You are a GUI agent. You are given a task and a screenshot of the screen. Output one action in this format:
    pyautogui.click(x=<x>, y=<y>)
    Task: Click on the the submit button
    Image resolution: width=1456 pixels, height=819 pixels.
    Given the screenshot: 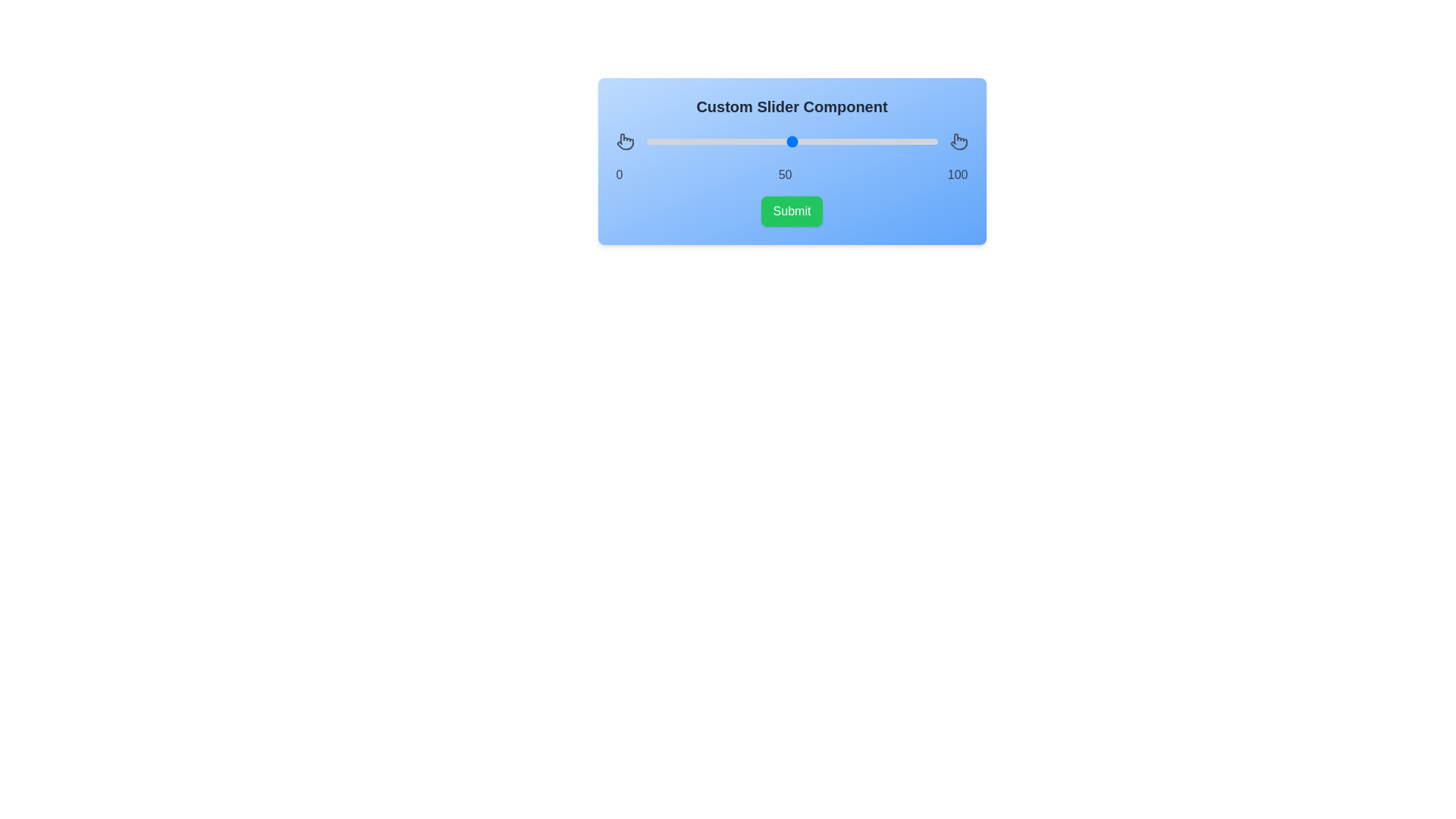 What is the action you would take?
    pyautogui.click(x=790, y=211)
    